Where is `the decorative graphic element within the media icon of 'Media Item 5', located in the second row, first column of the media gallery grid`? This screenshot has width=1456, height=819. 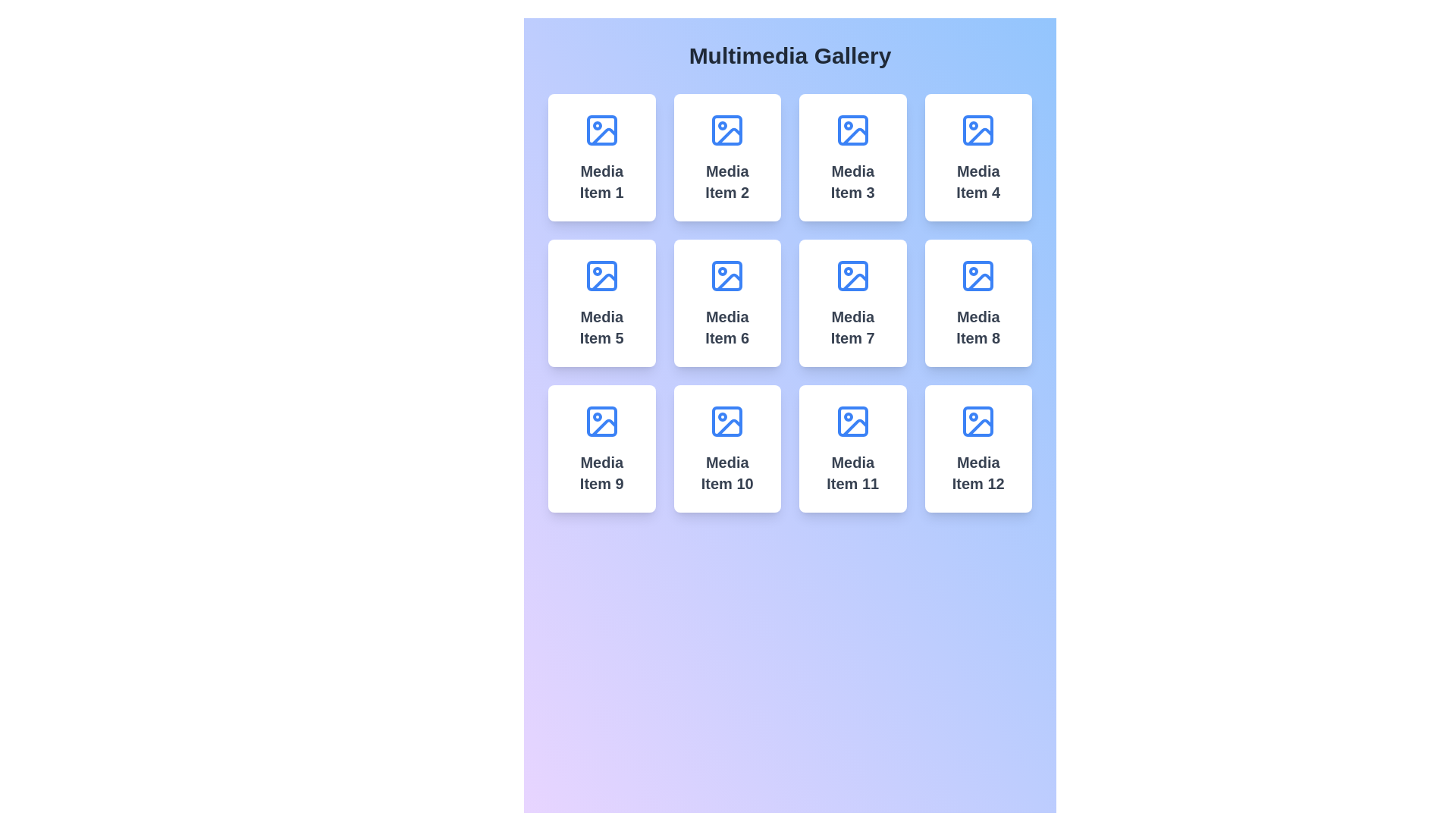 the decorative graphic element within the media icon of 'Media Item 5', located in the second row, first column of the media gallery grid is located at coordinates (603, 282).